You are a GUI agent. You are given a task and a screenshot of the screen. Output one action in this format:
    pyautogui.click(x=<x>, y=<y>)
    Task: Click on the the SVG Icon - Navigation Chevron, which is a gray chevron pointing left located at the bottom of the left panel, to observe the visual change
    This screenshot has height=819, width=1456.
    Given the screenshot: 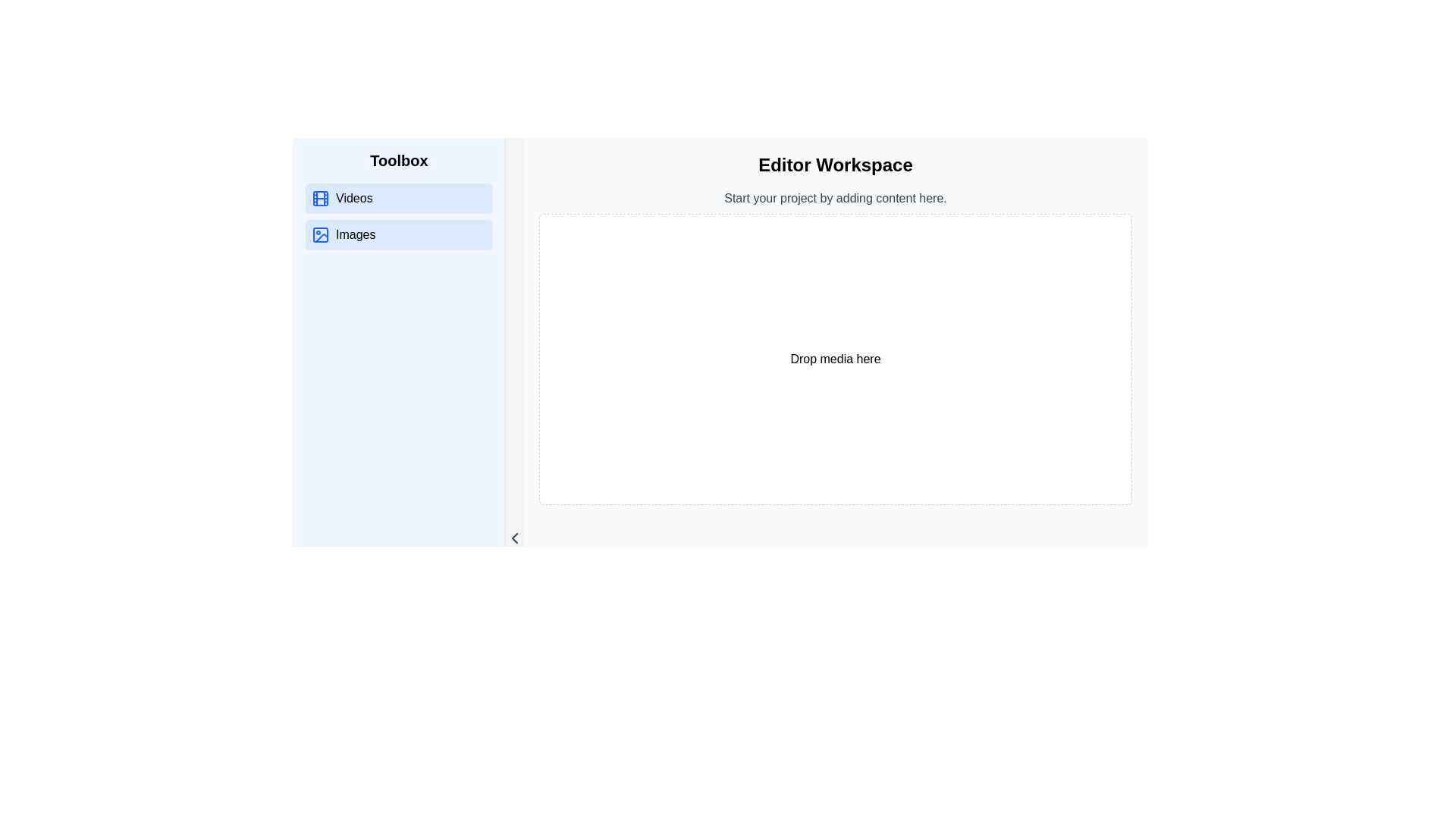 What is the action you would take?
    pyautogui.click(x=514, y=537)
    